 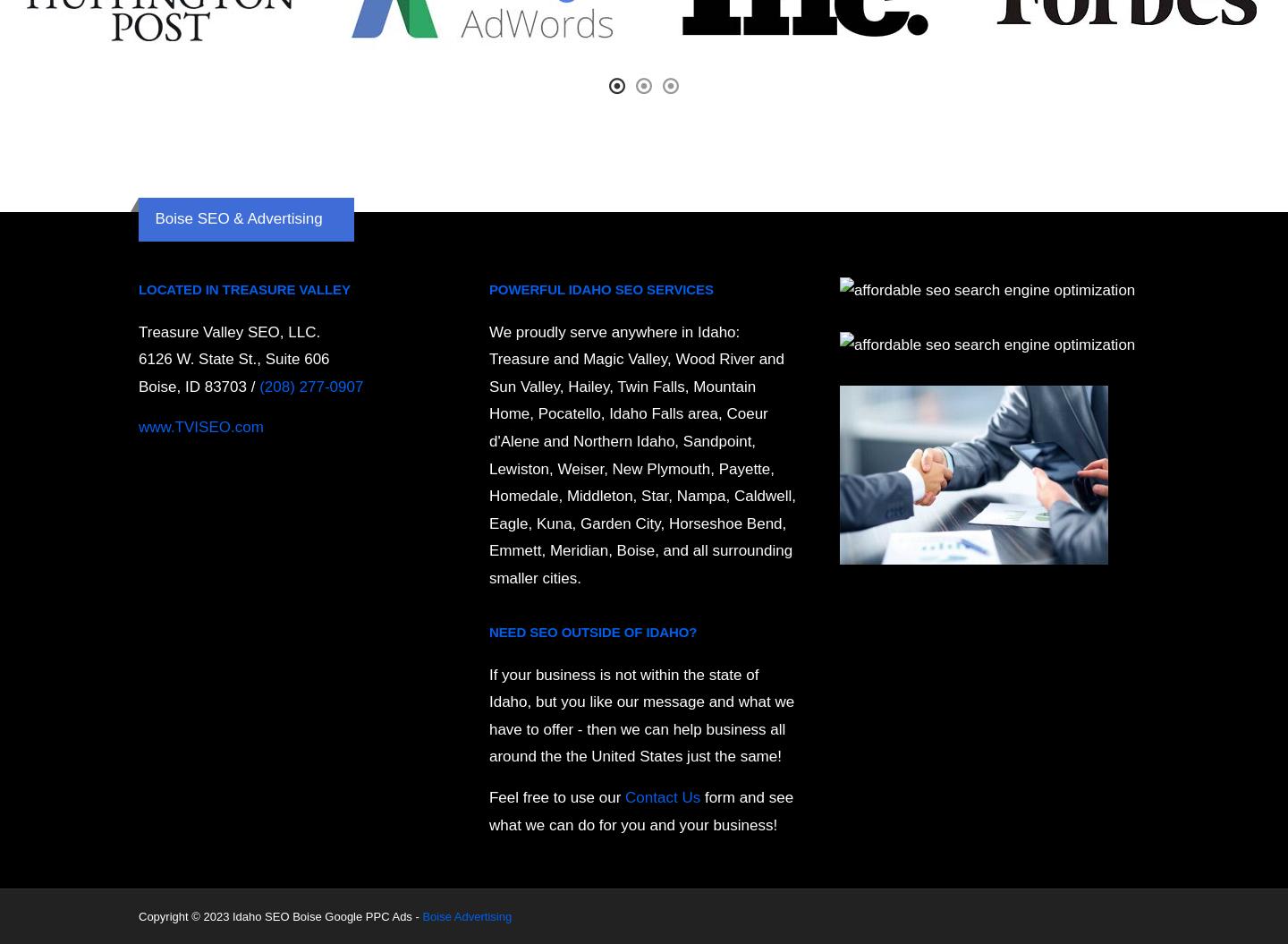 I want to click on 'Treasure Valley SEO, LLC.', so click(x=228, y=331).